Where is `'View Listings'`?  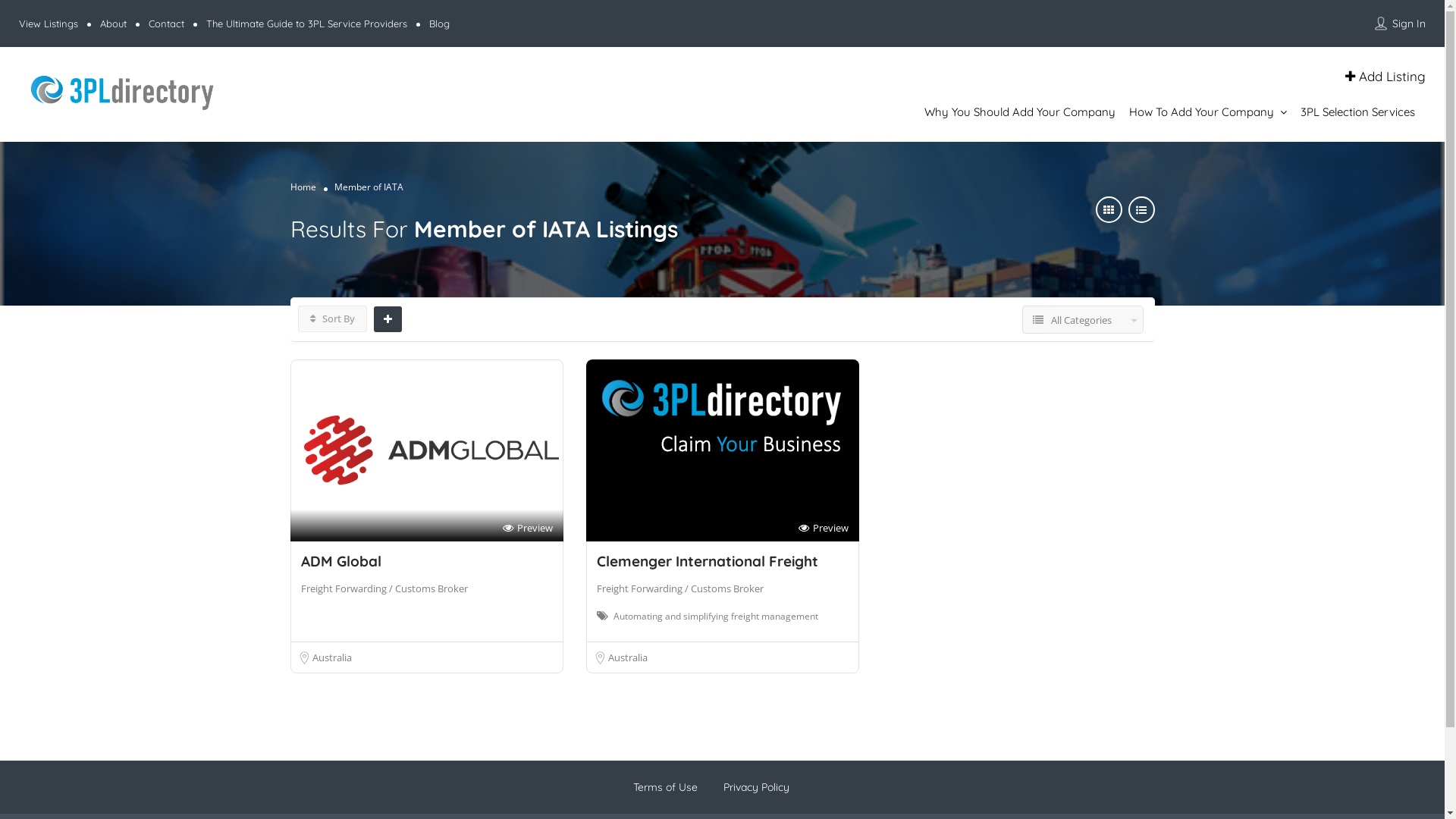
'View Listings' is located at coordinates (48, 23).